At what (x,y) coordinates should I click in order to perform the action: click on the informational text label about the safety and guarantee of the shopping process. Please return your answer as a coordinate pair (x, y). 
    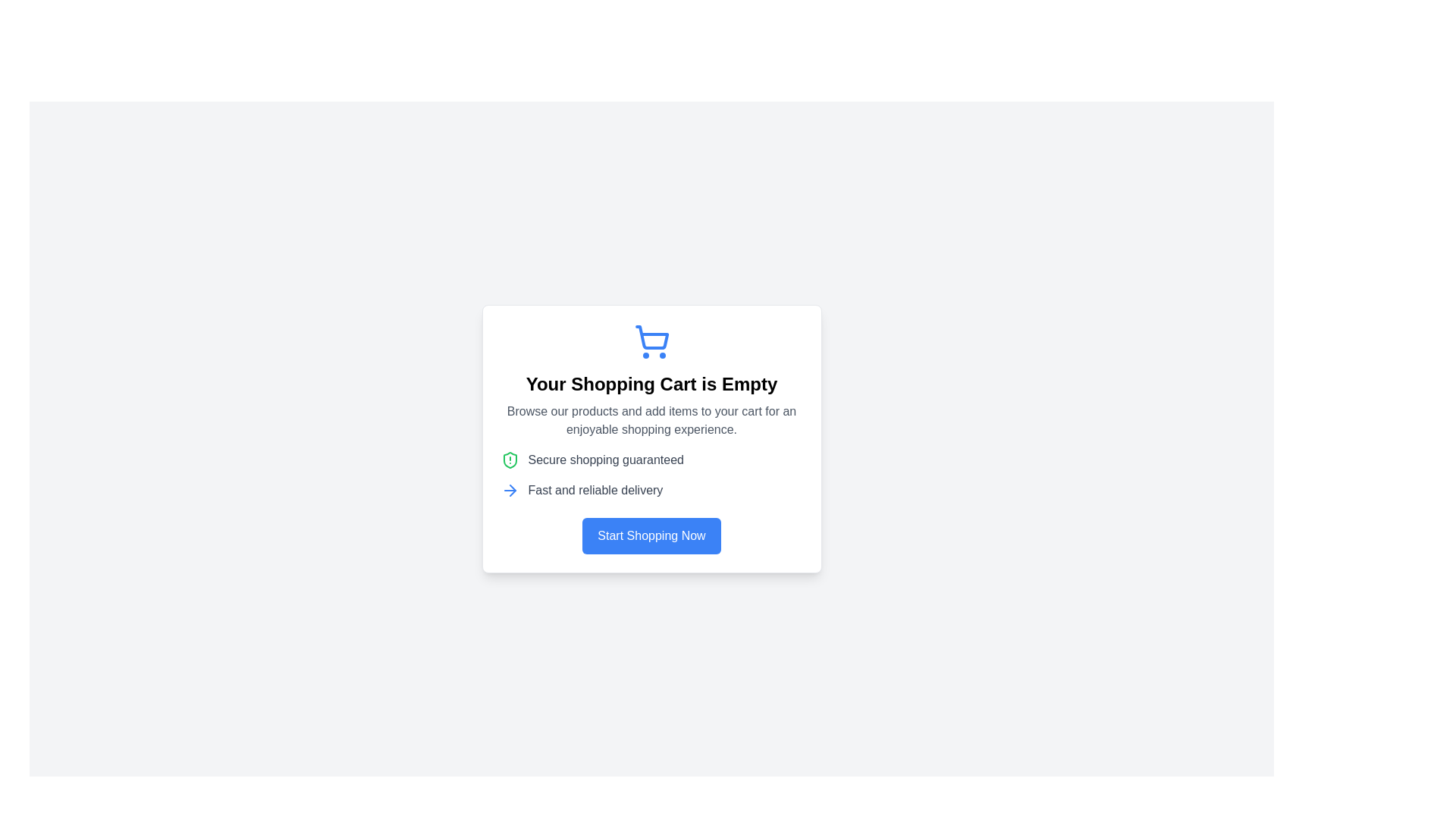
    Looking at the image, I should click on (605, 459).